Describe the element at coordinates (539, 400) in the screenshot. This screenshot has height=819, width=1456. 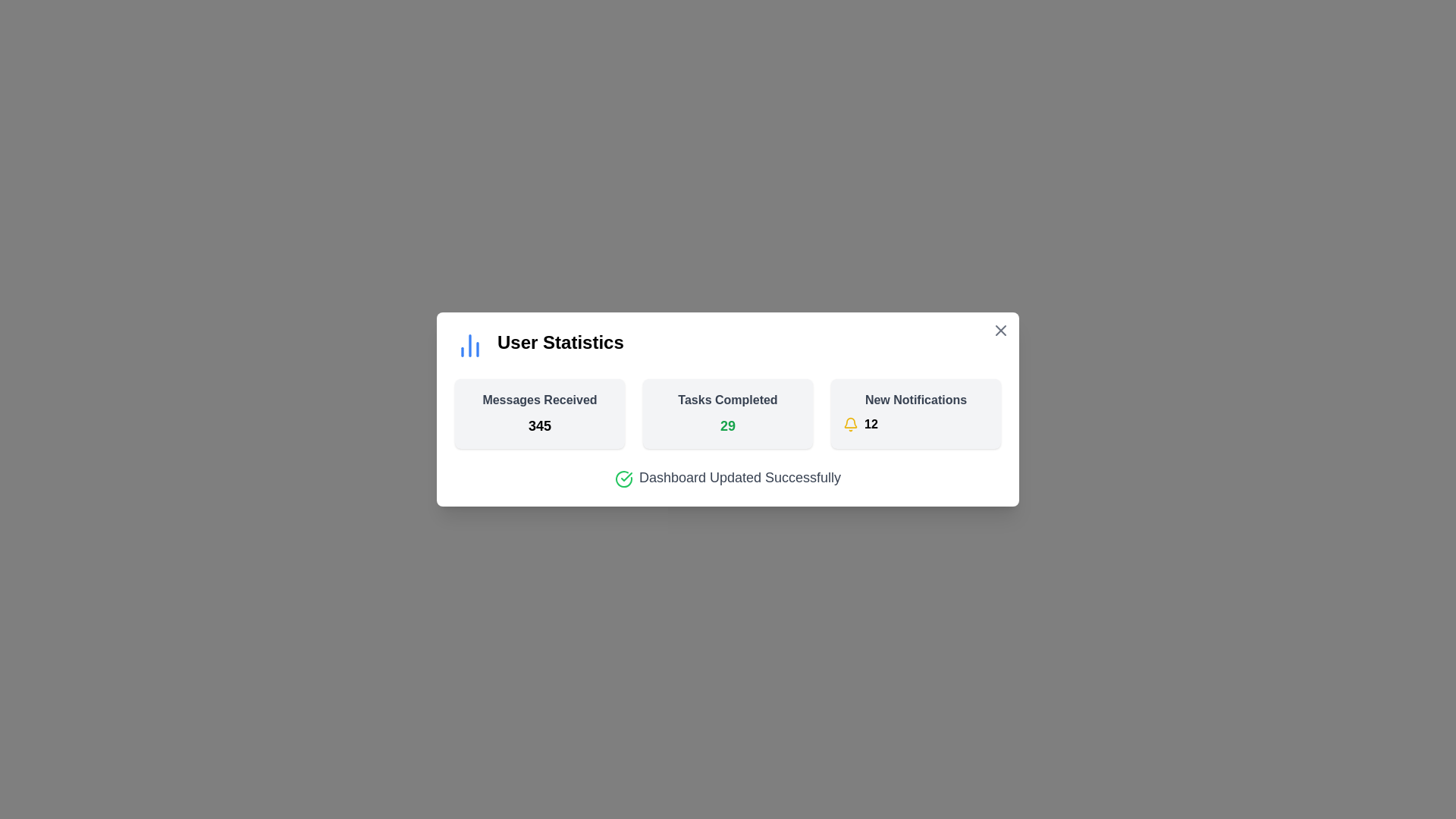
I see `the 'Messages Received' text label located at the top-left corner of its section, which serves as a descriptor for the numerical data displayed below it` at that location.